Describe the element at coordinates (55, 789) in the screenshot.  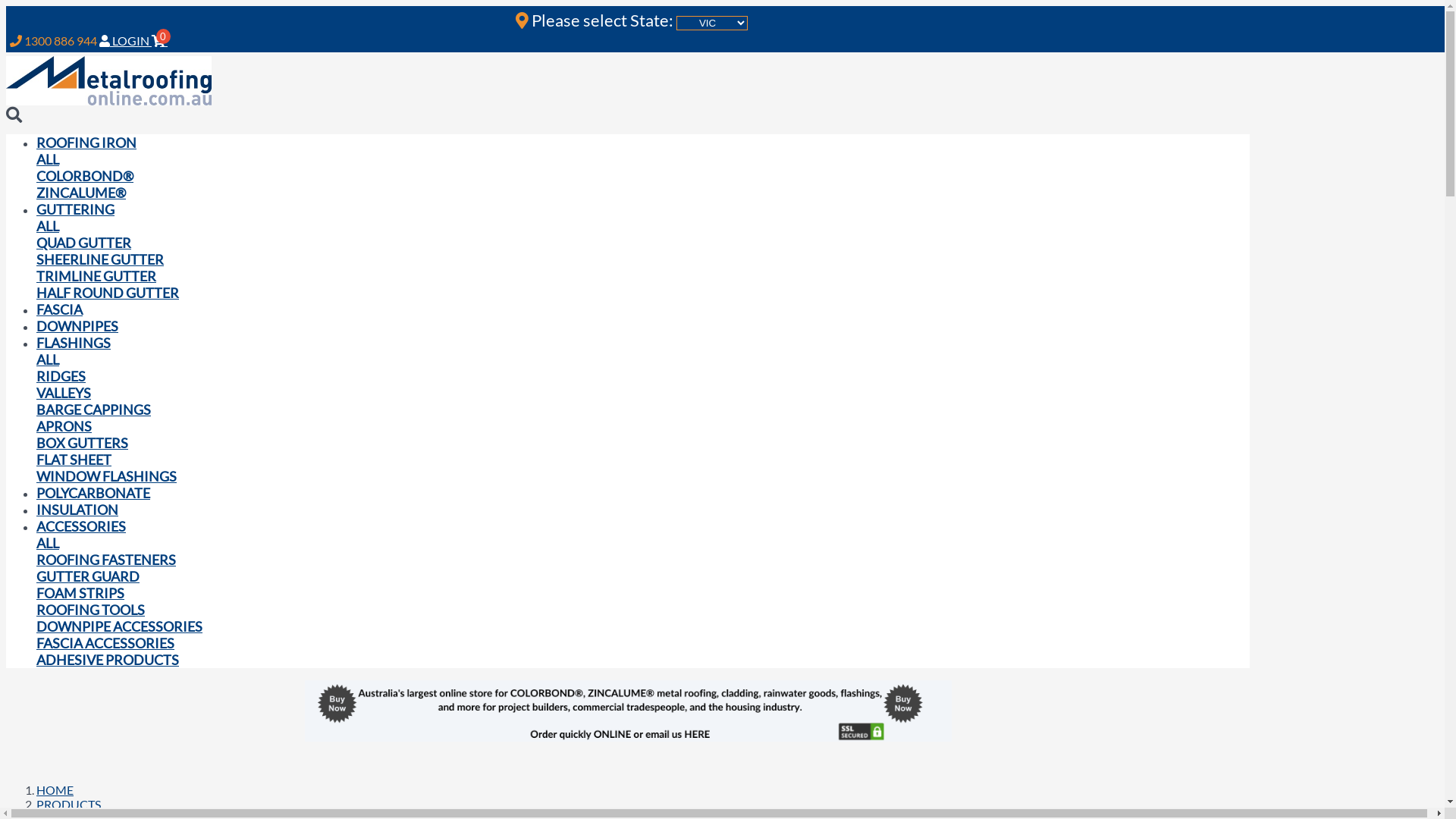
I see `'HOME'` at that location.